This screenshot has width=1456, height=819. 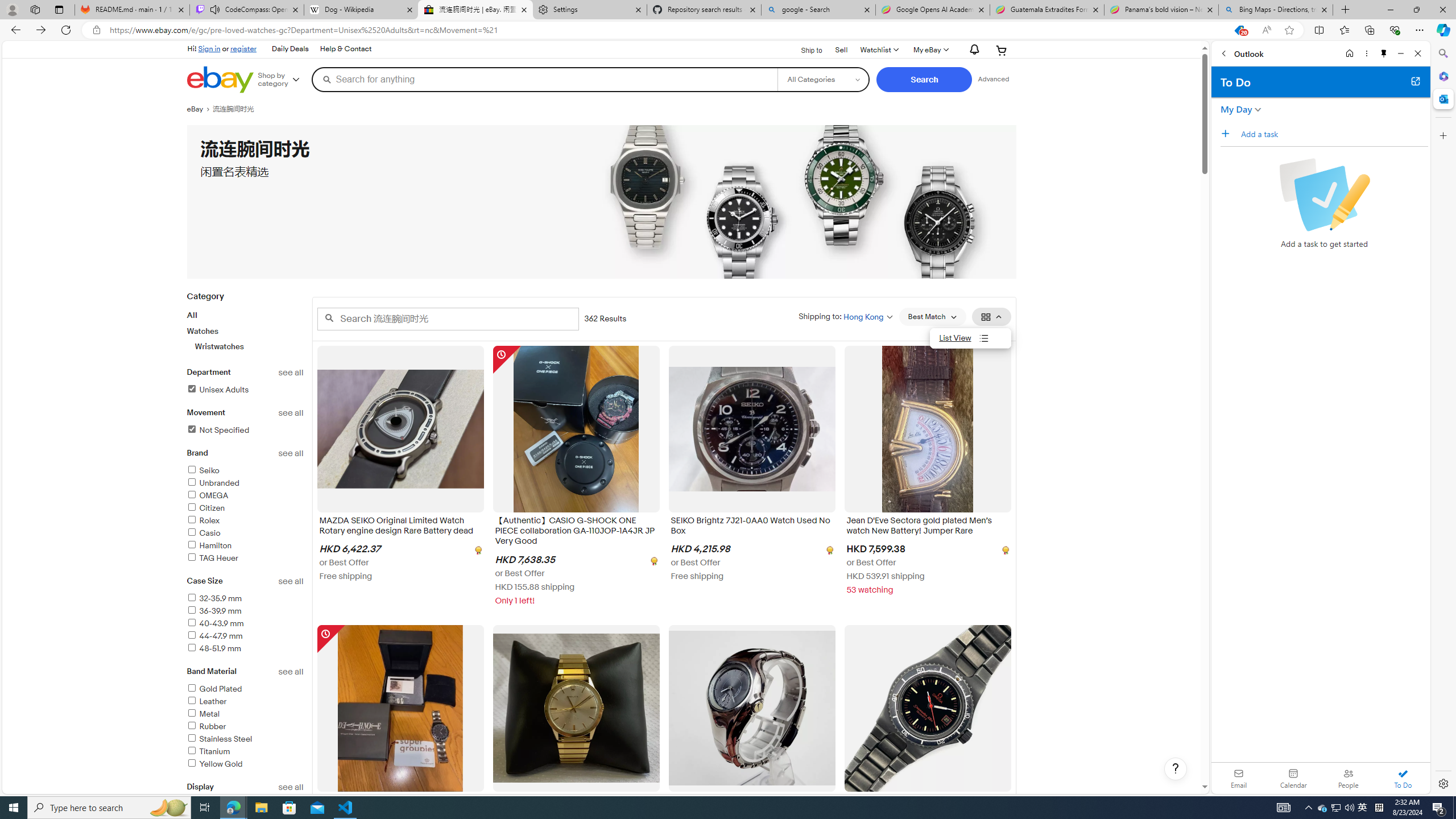 I want to click on 'TAG Heuer', so click(x=212, y=558).